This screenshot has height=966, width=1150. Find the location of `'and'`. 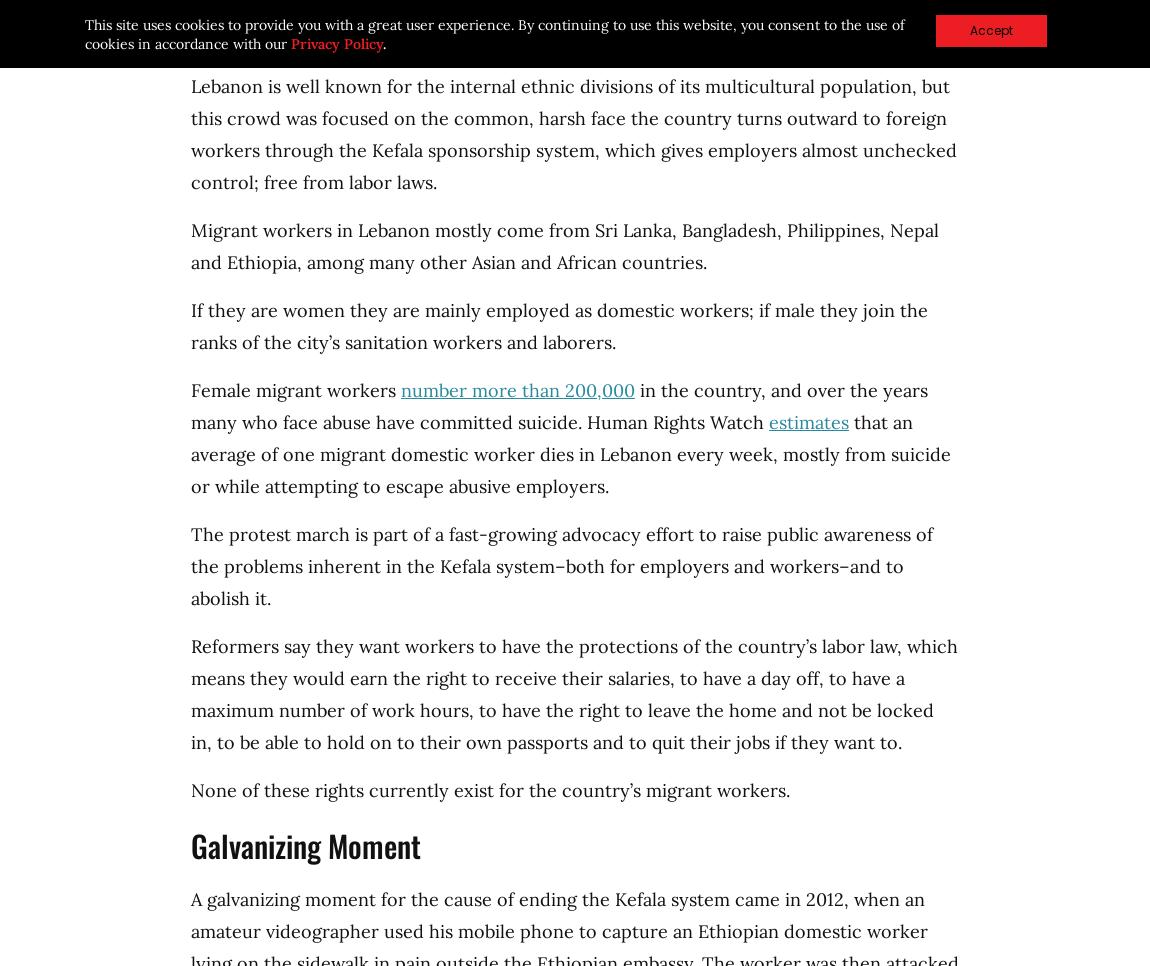

'and' is located at coordinates (207, 262).